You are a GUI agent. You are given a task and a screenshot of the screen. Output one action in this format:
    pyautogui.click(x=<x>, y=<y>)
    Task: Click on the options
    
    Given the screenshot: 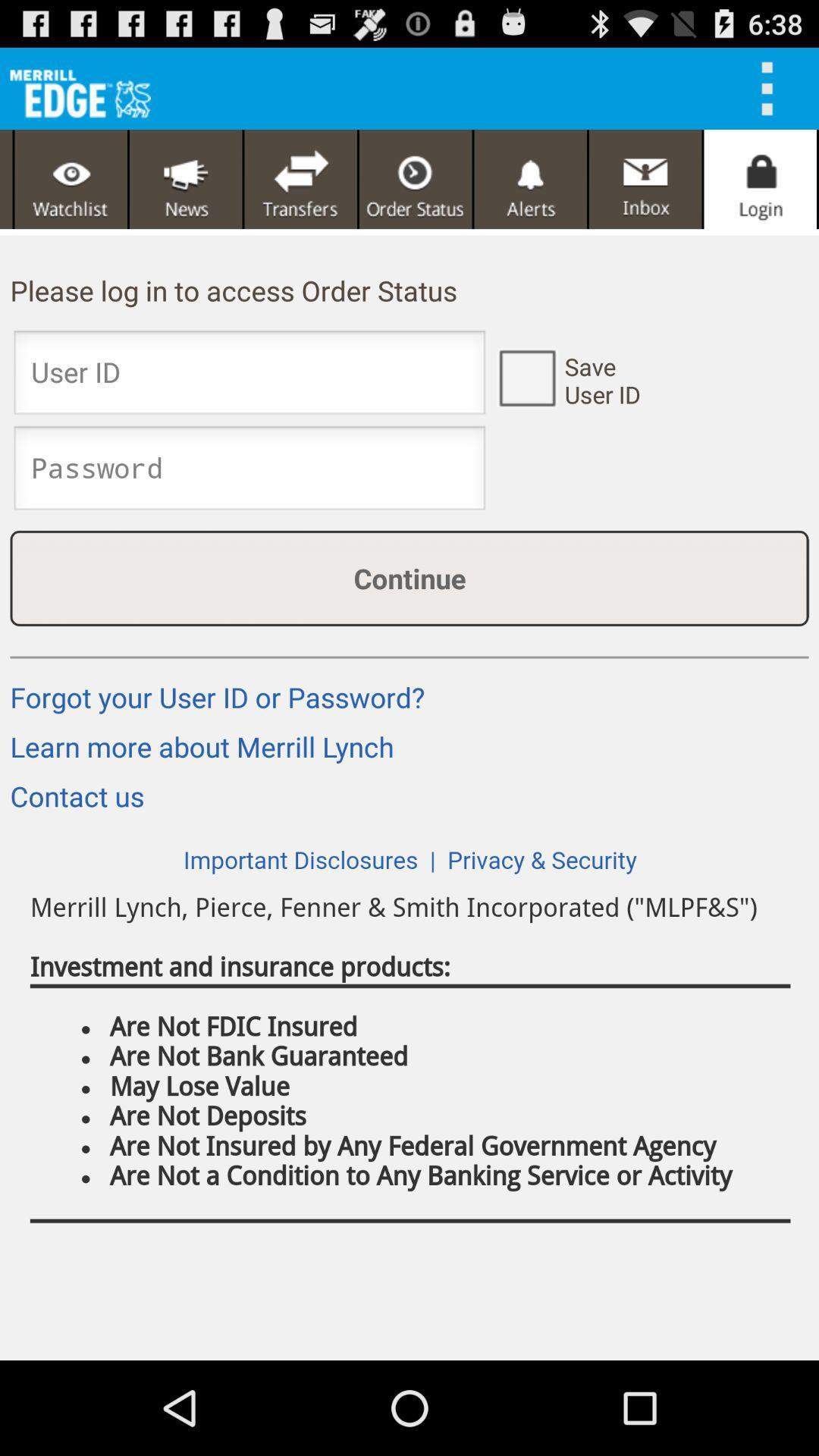 What is the action you would take?
    pyautogui.click(x=772, y=87)
    